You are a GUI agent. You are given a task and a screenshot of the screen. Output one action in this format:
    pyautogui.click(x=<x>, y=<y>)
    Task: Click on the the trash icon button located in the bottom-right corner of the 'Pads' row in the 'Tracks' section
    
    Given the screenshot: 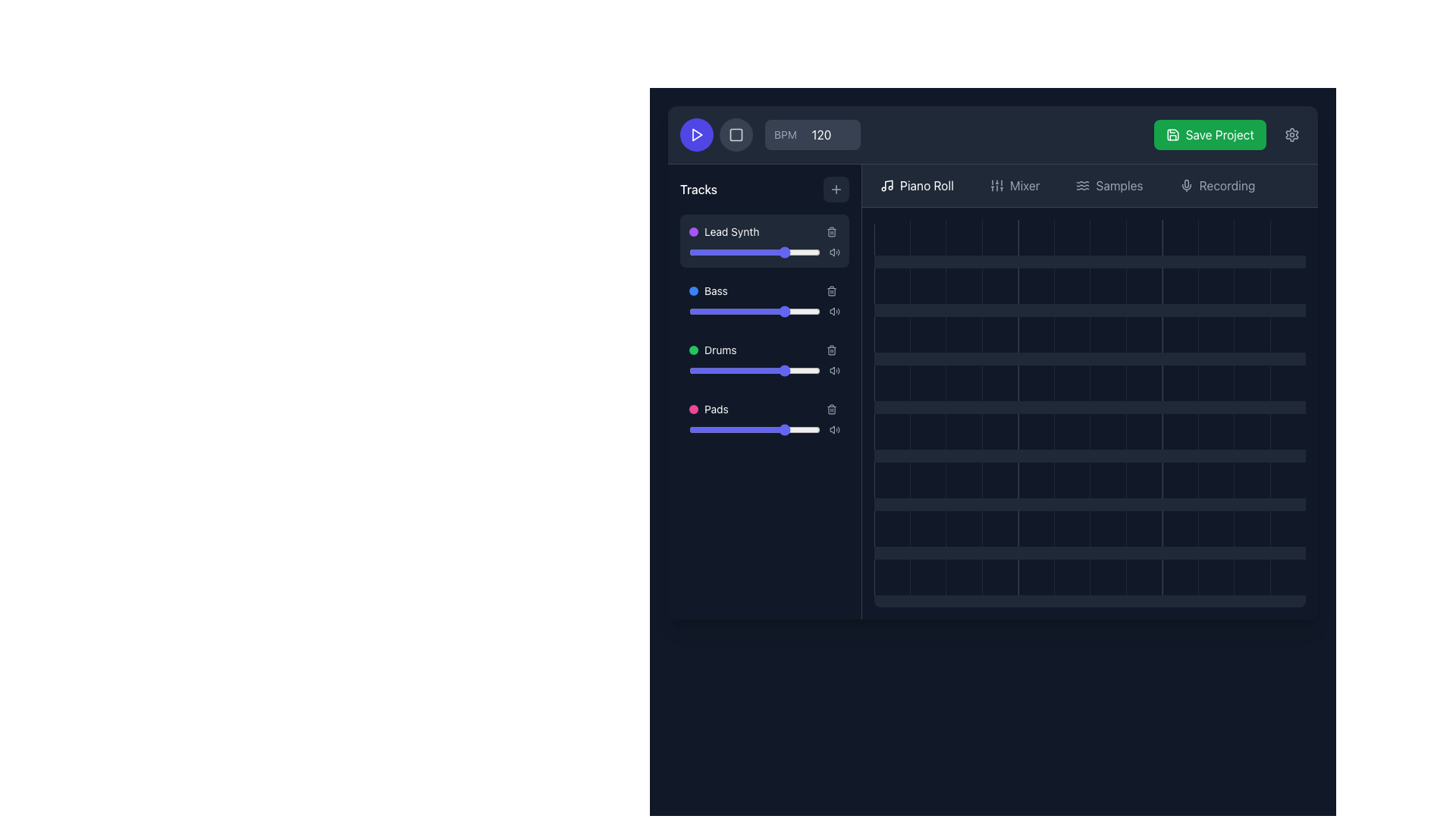 What is the action you would take?
    pyautogui.click(x=831, y=409)
    